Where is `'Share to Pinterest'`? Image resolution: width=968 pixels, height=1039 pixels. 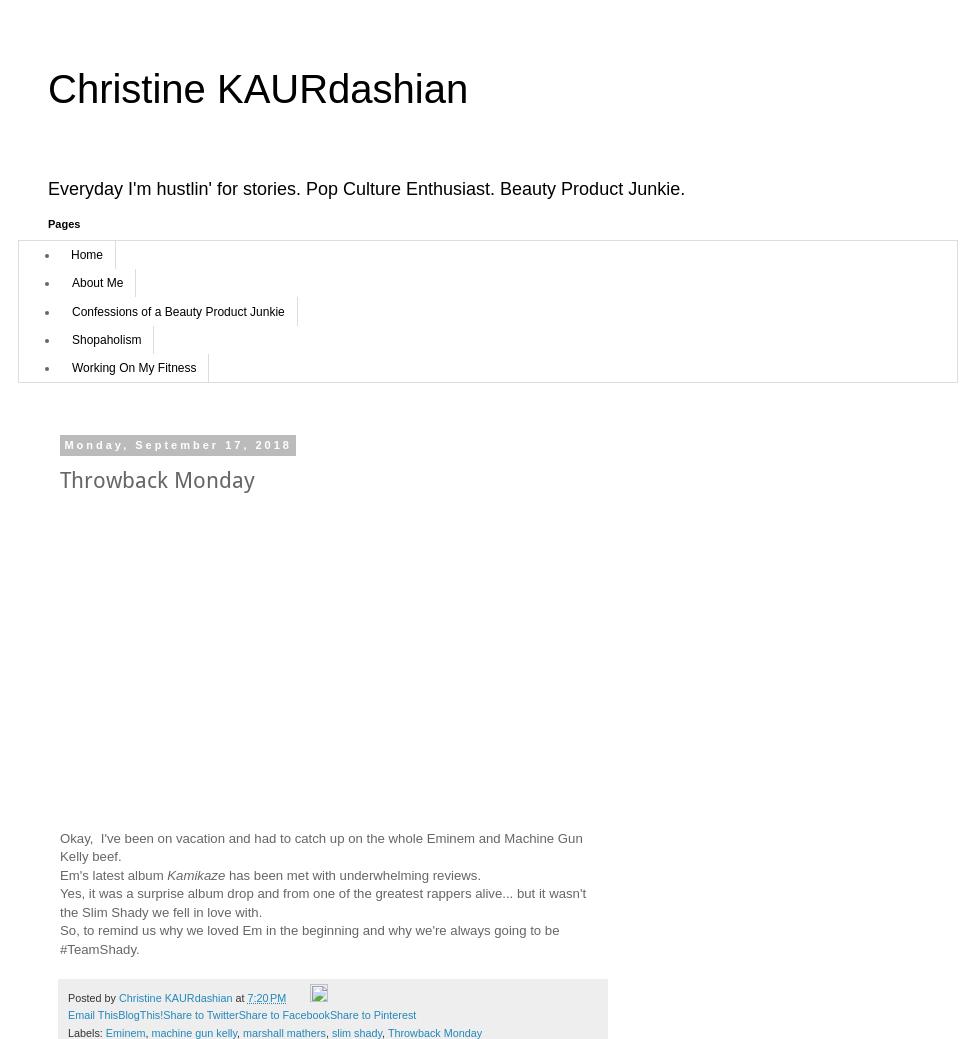 'Share to Pinterest' is located at coordinates (371, 1014).